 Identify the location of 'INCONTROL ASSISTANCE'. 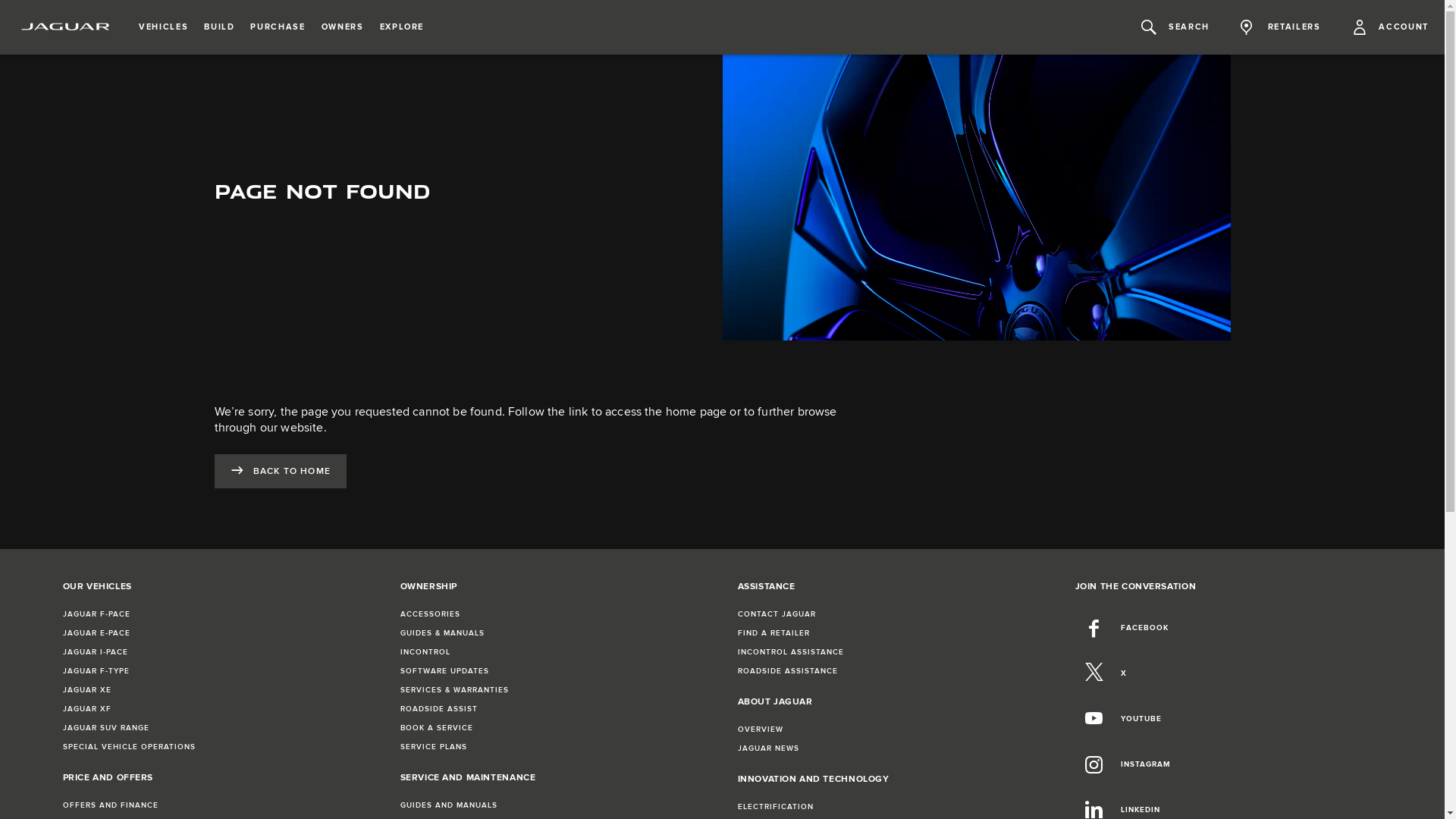
(789, 651).